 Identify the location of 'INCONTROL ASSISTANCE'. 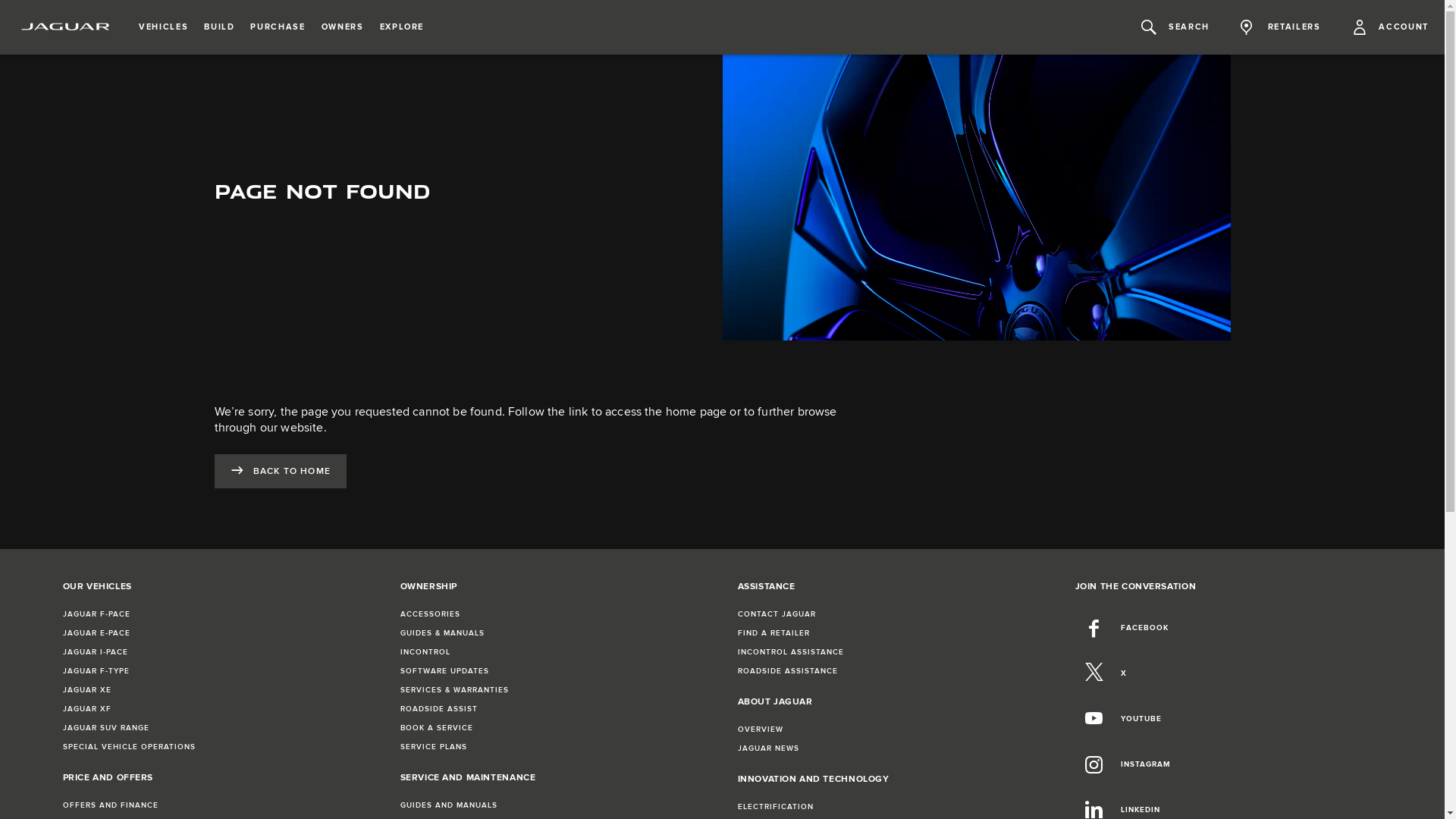
(789, 651).